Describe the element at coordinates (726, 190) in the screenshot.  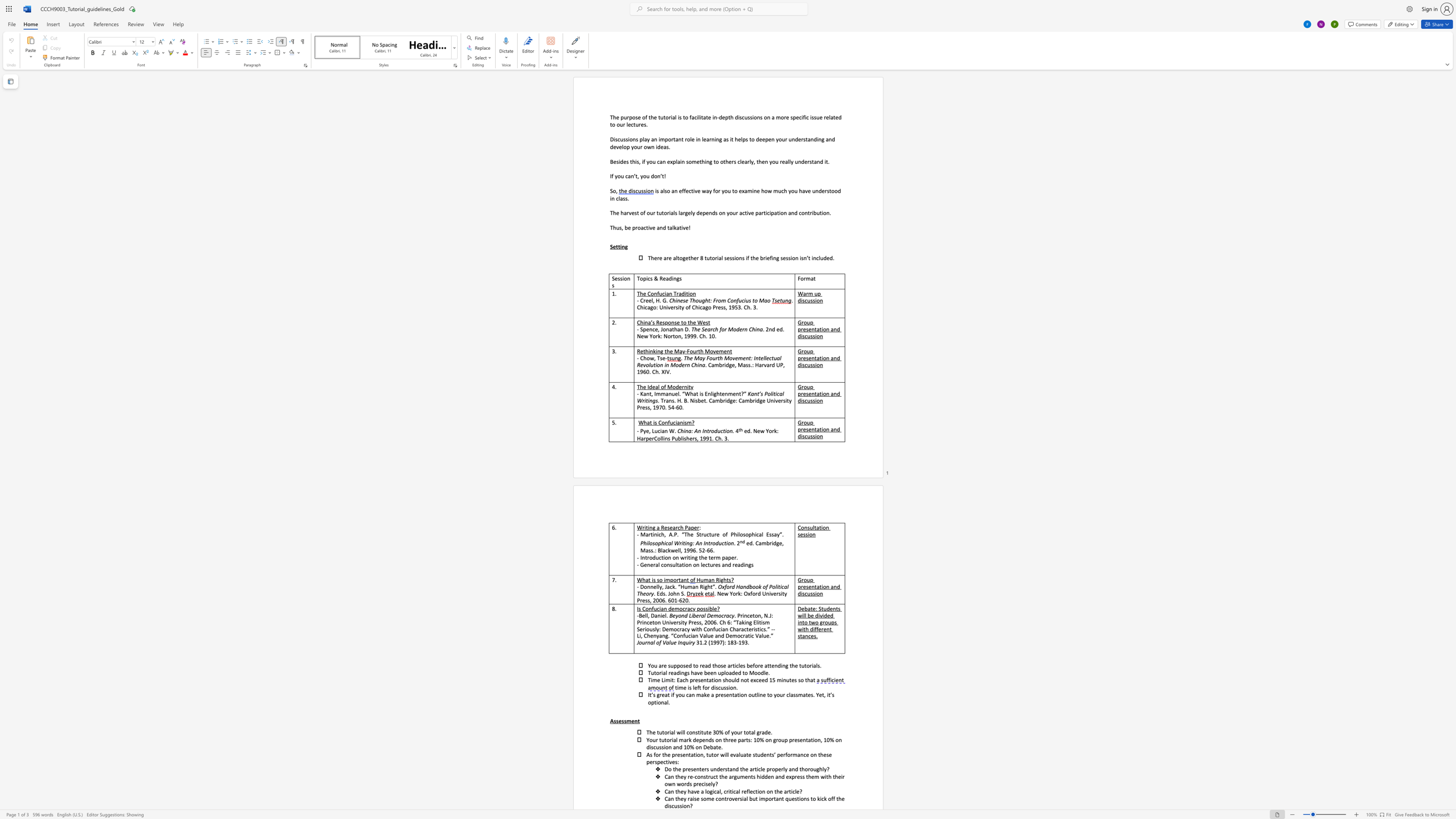
I see `the 3th character "o" in the text` at that location.